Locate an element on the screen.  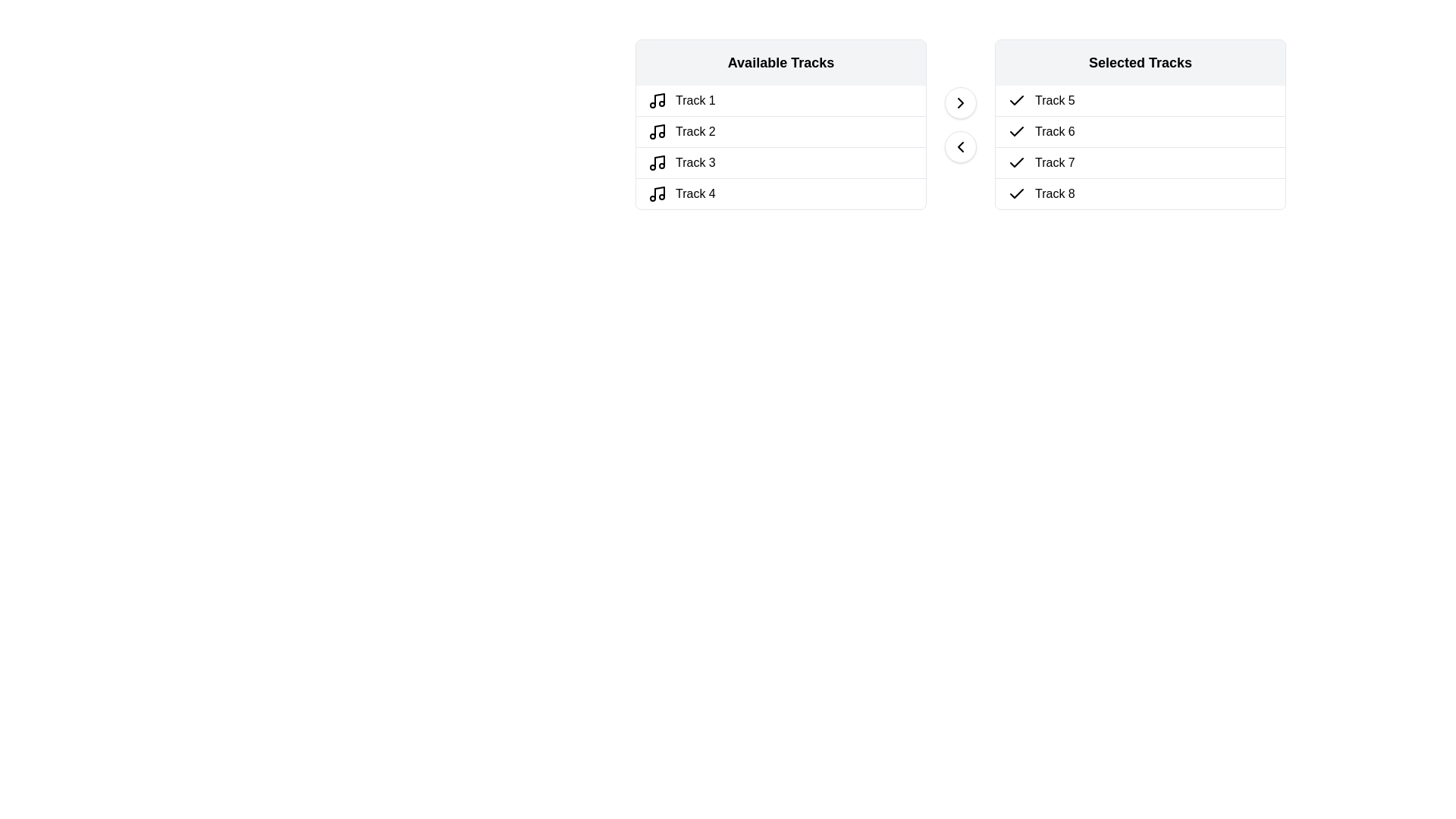
the checkmark icon associated with 'Track 5' in the 'Selected Tracks' section to interpret its selection status is located at coordinates (1016, 100).